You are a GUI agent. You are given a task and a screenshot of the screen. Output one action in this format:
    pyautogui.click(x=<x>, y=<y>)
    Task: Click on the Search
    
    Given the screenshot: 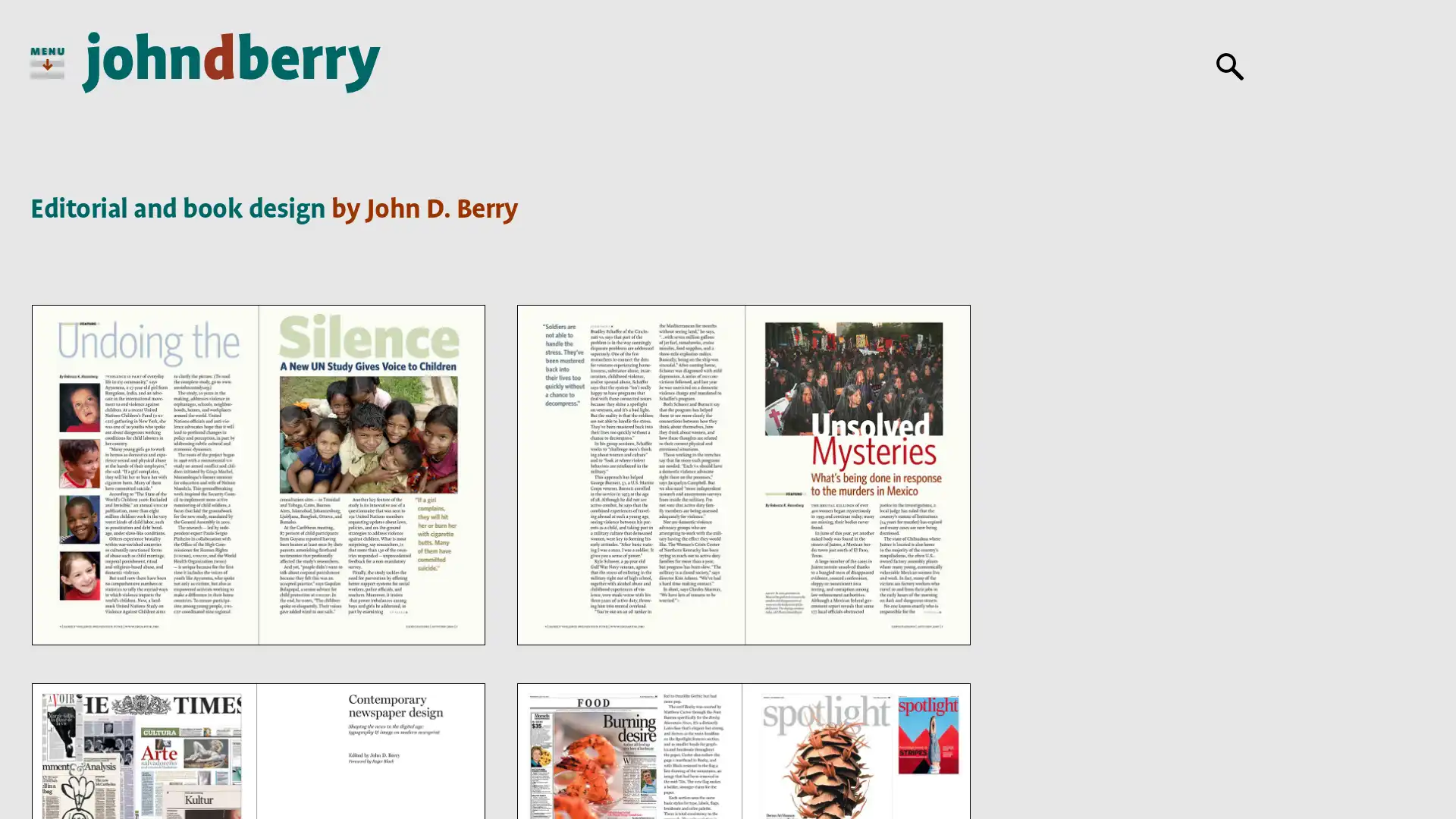 What is the action you would take?
    pyautogui.click(x=1230, y=66)
    